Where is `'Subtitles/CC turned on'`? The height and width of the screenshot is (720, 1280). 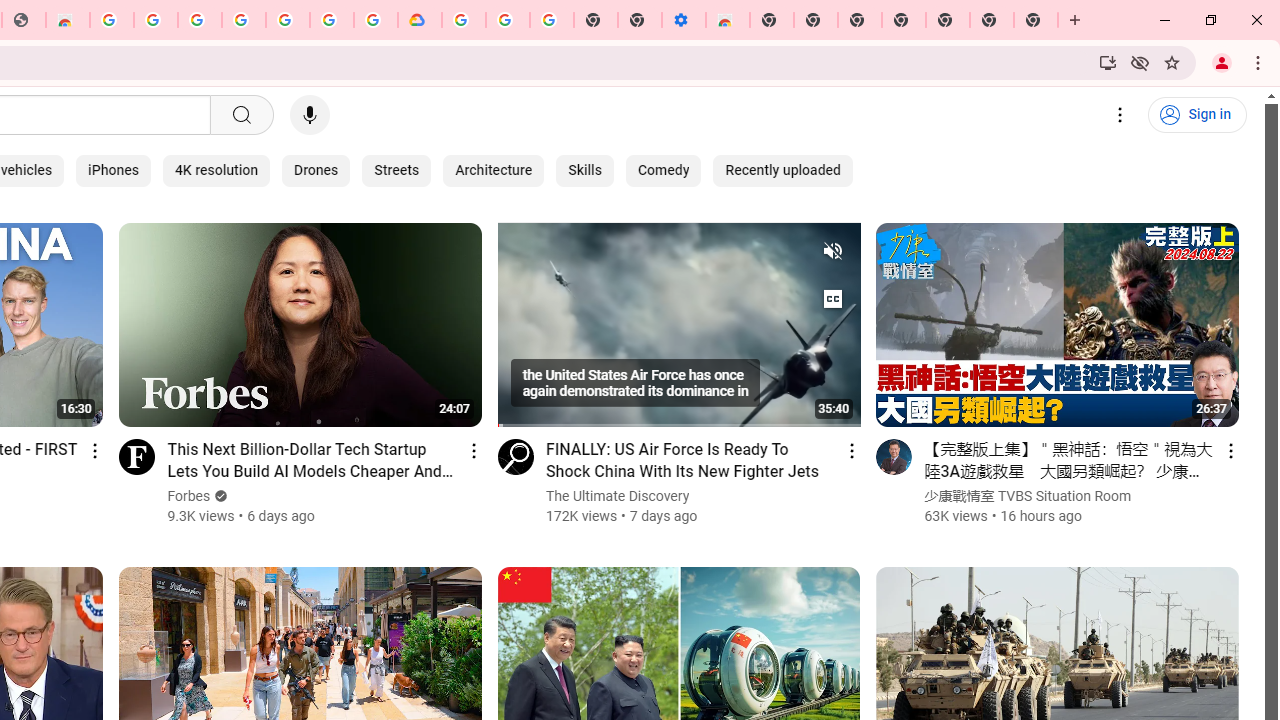 'Subtitles/CC turned on' is located at coordinates (832, 298).